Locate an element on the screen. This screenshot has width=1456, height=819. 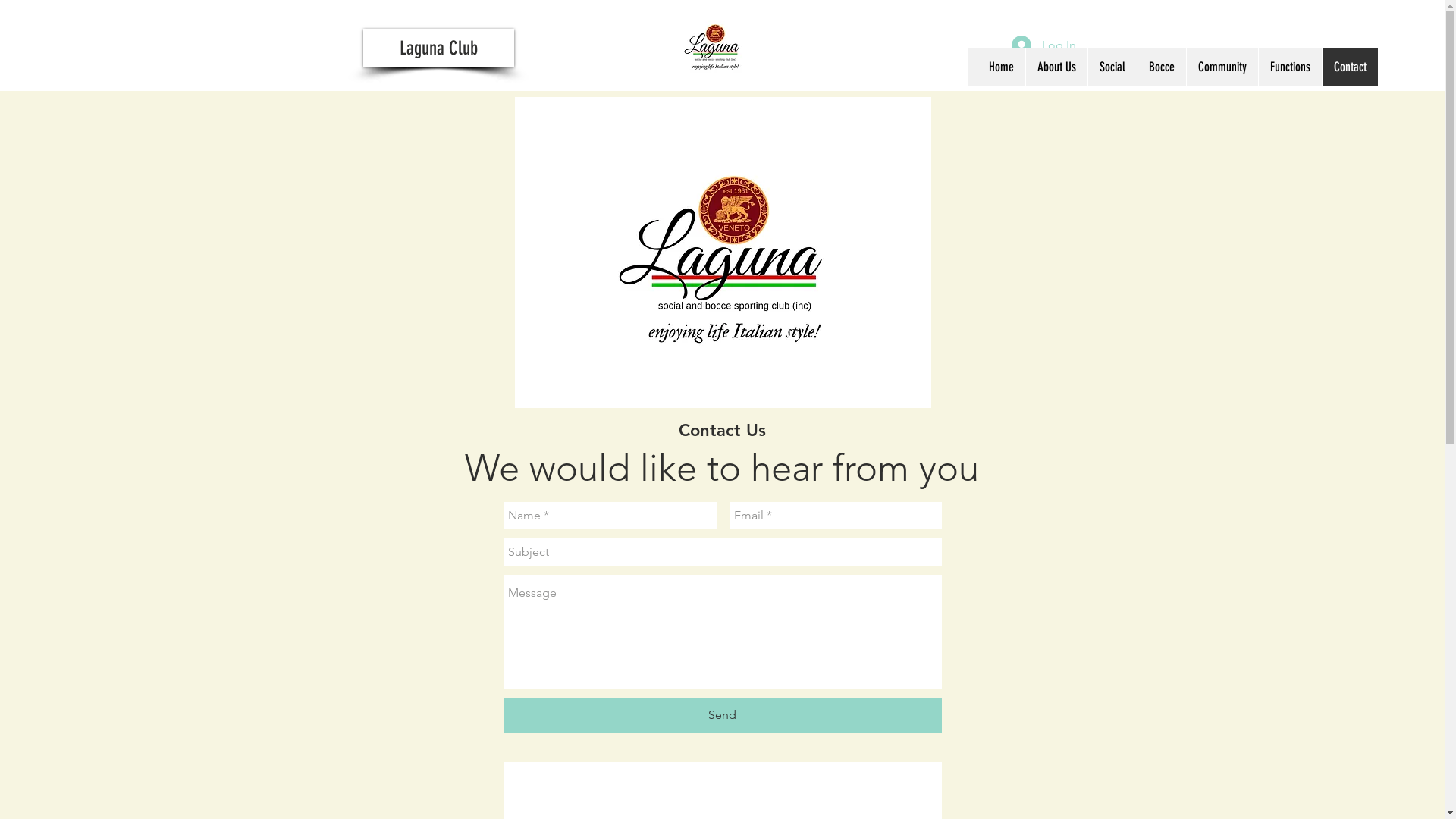
'Home' is located at coordinates (1001, 66).